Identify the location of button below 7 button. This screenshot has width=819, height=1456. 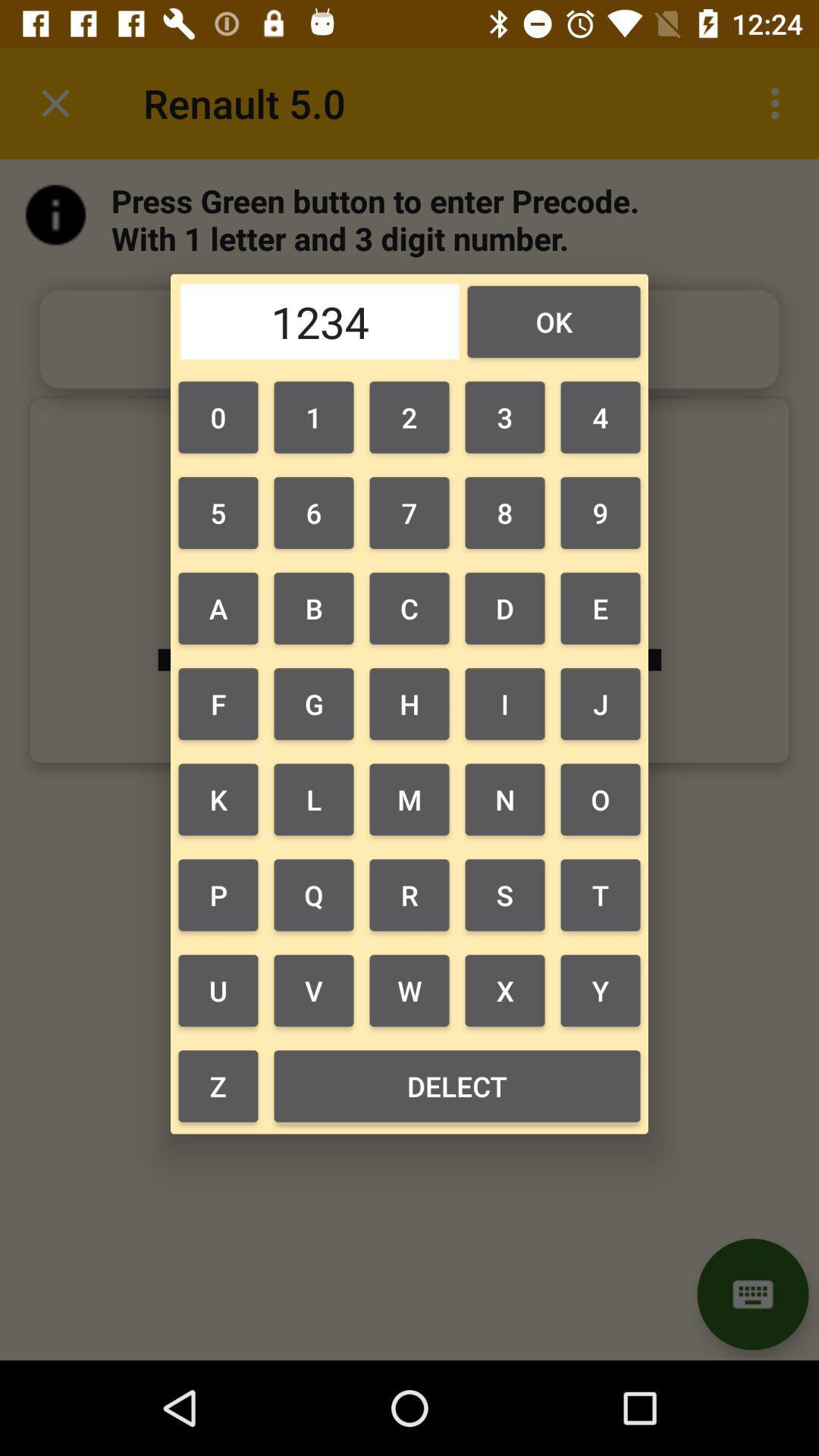
(505, 608).